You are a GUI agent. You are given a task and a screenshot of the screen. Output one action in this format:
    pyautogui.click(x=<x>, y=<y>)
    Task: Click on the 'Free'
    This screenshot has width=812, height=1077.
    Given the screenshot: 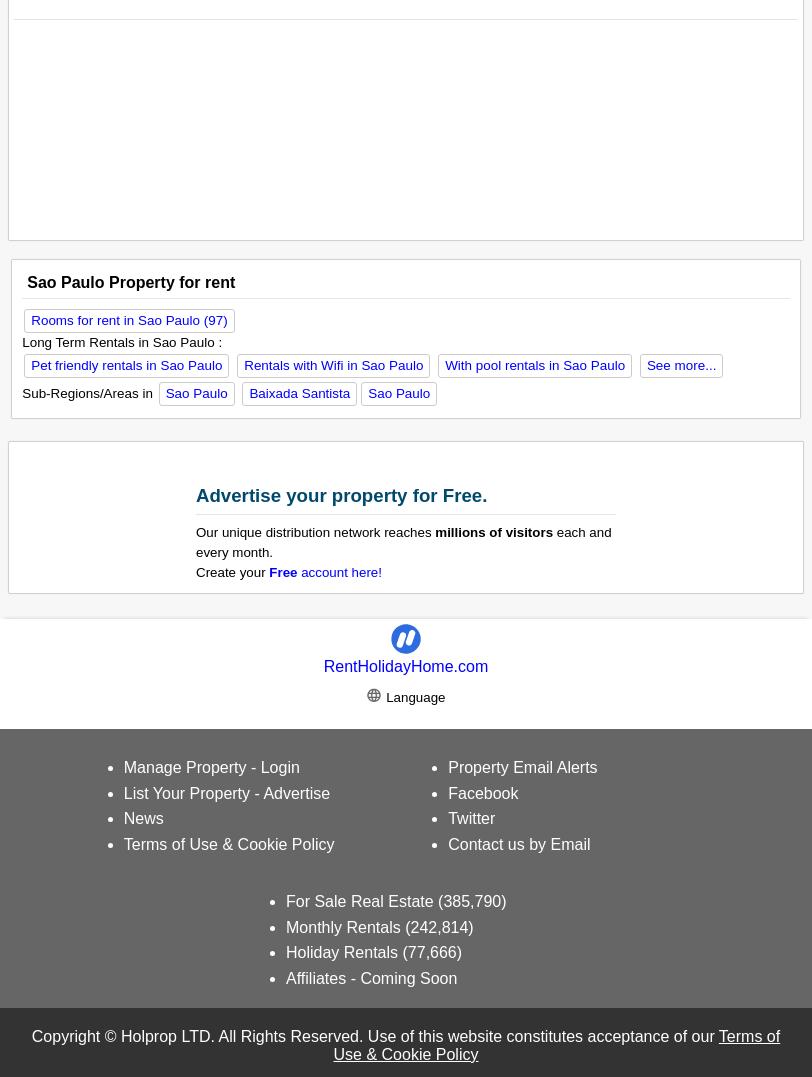 What is the action you would take?
    pyautogui.click(x=269, y=571)
    